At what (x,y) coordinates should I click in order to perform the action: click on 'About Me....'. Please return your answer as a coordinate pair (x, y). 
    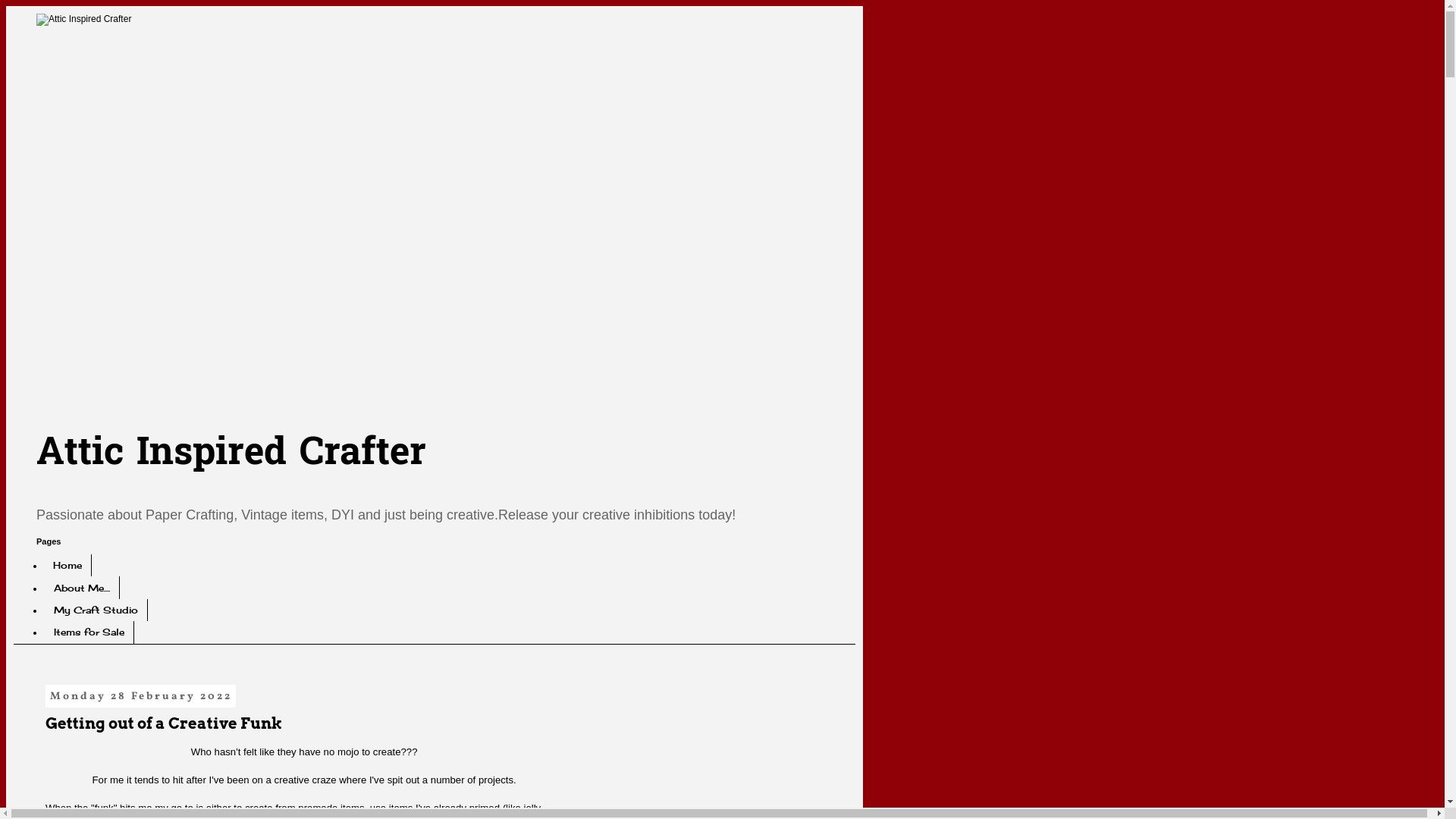
    Looking at the image, I should click on (81, 586).